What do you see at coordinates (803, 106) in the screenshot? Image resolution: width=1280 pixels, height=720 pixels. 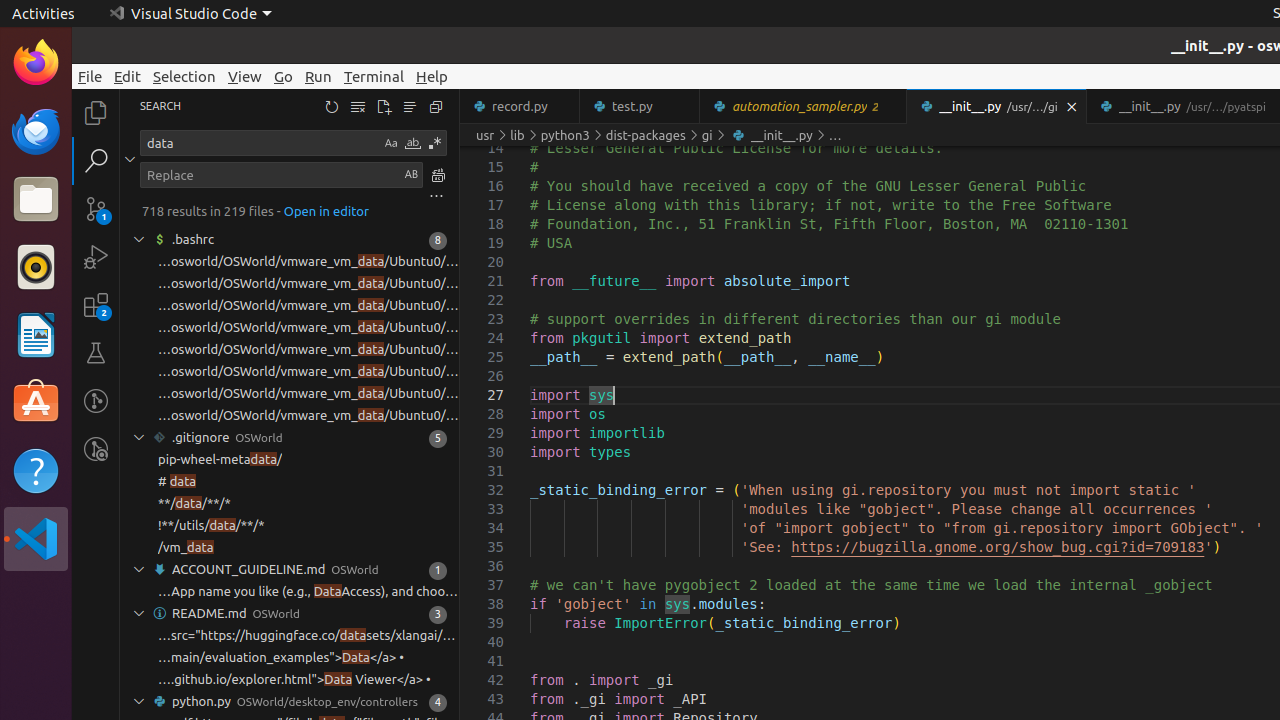 I see `'automation_sampler.py, preview'` at bounding box center [803, 106].